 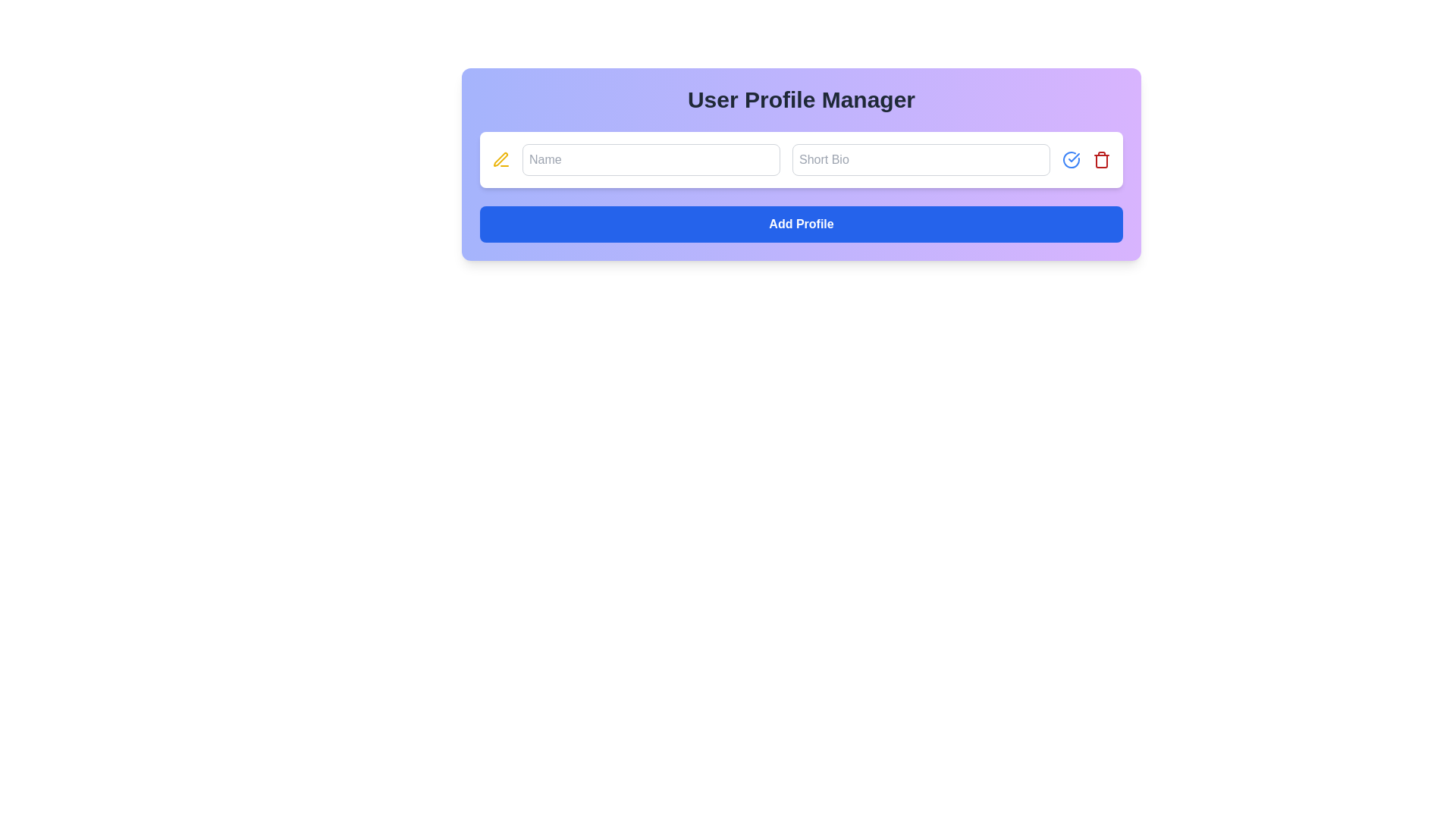 What do you see at coordinates (501, 160) in the screenshot?
I see `the pen icon with a yellow stroke color located to the far left within the input card, adjacent to the 'Name' text field` at bounding box center [501, 160].